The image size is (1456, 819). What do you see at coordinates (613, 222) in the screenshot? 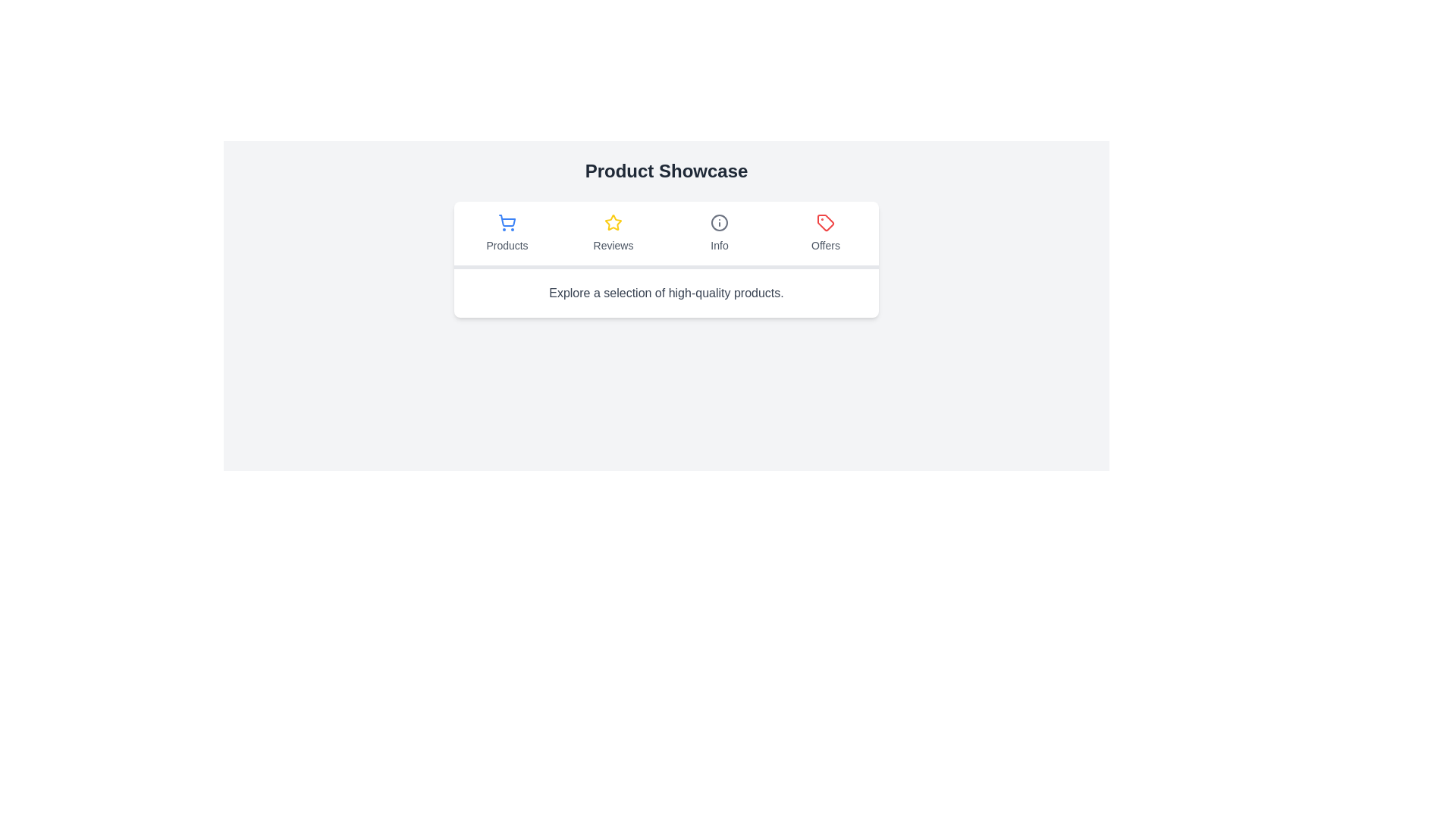
I see `the reviews section by clicking on the yellow star-shaped icon located above the 'Reviews' text label` at bounding box center [613, 222].